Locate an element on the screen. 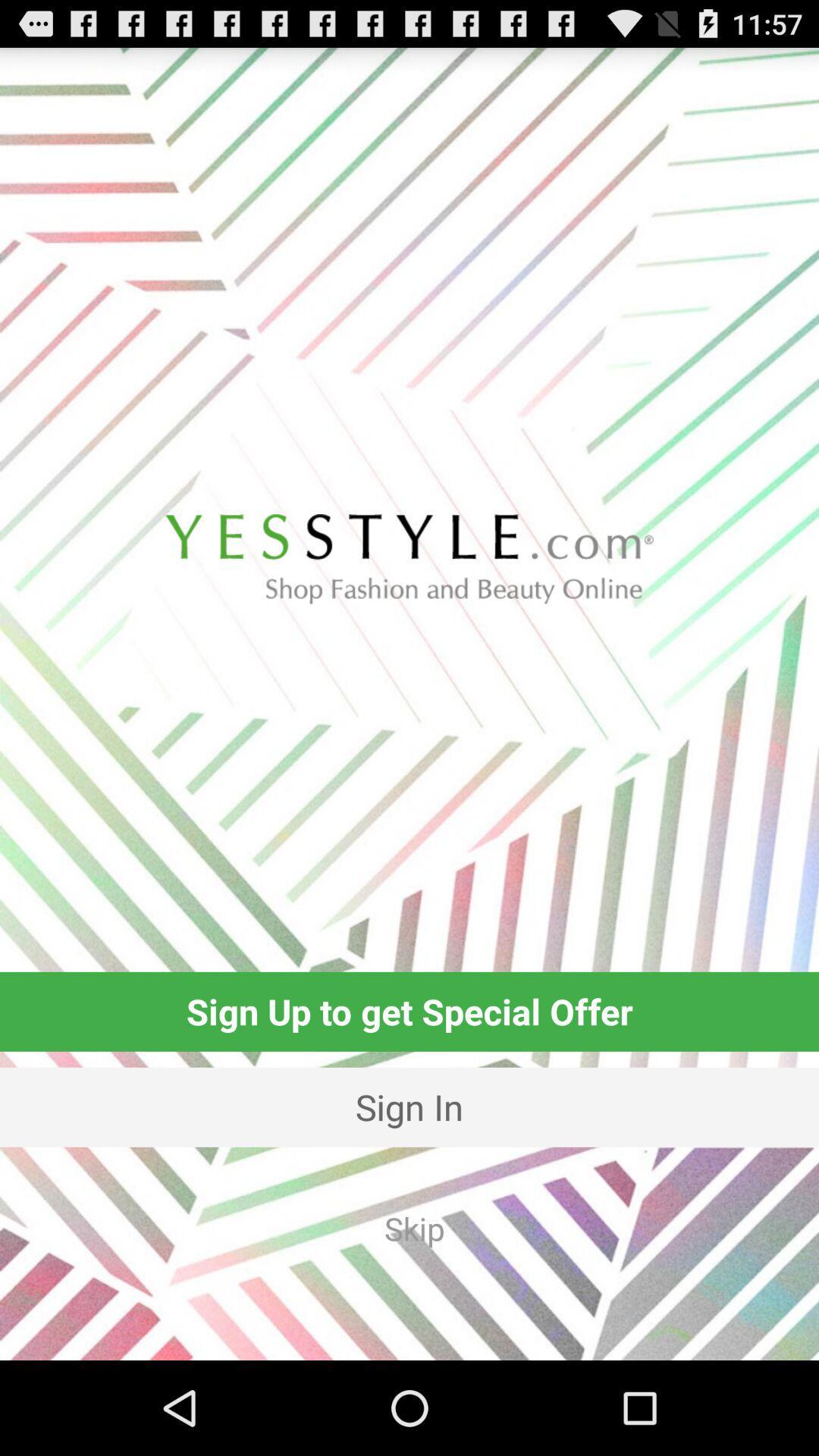 The image size is (819, 1456). item below sign up to icon is located at coordinates (409, 1107).